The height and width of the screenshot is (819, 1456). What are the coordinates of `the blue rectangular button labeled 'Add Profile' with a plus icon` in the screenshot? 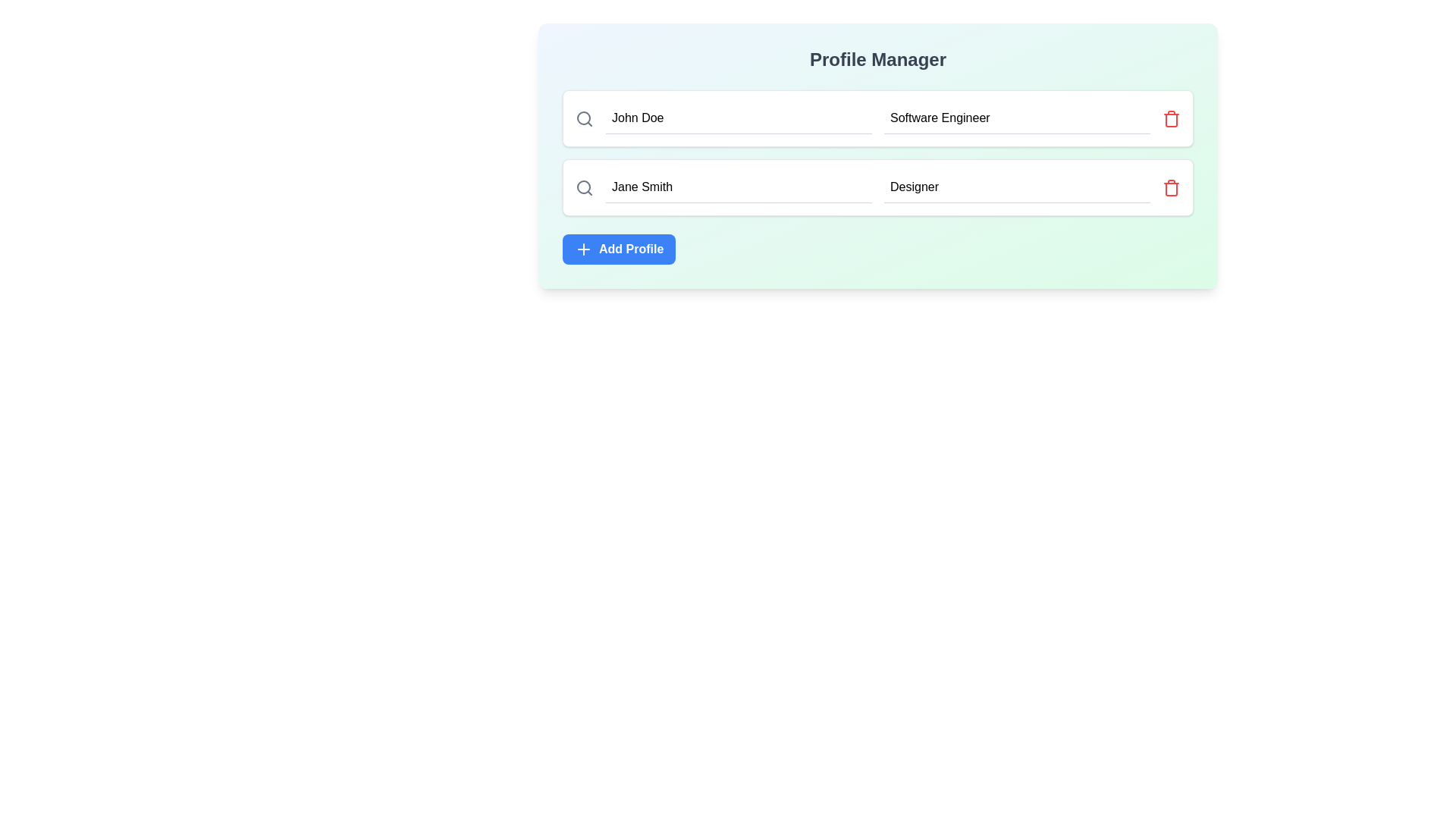 It's located at (619, 248).